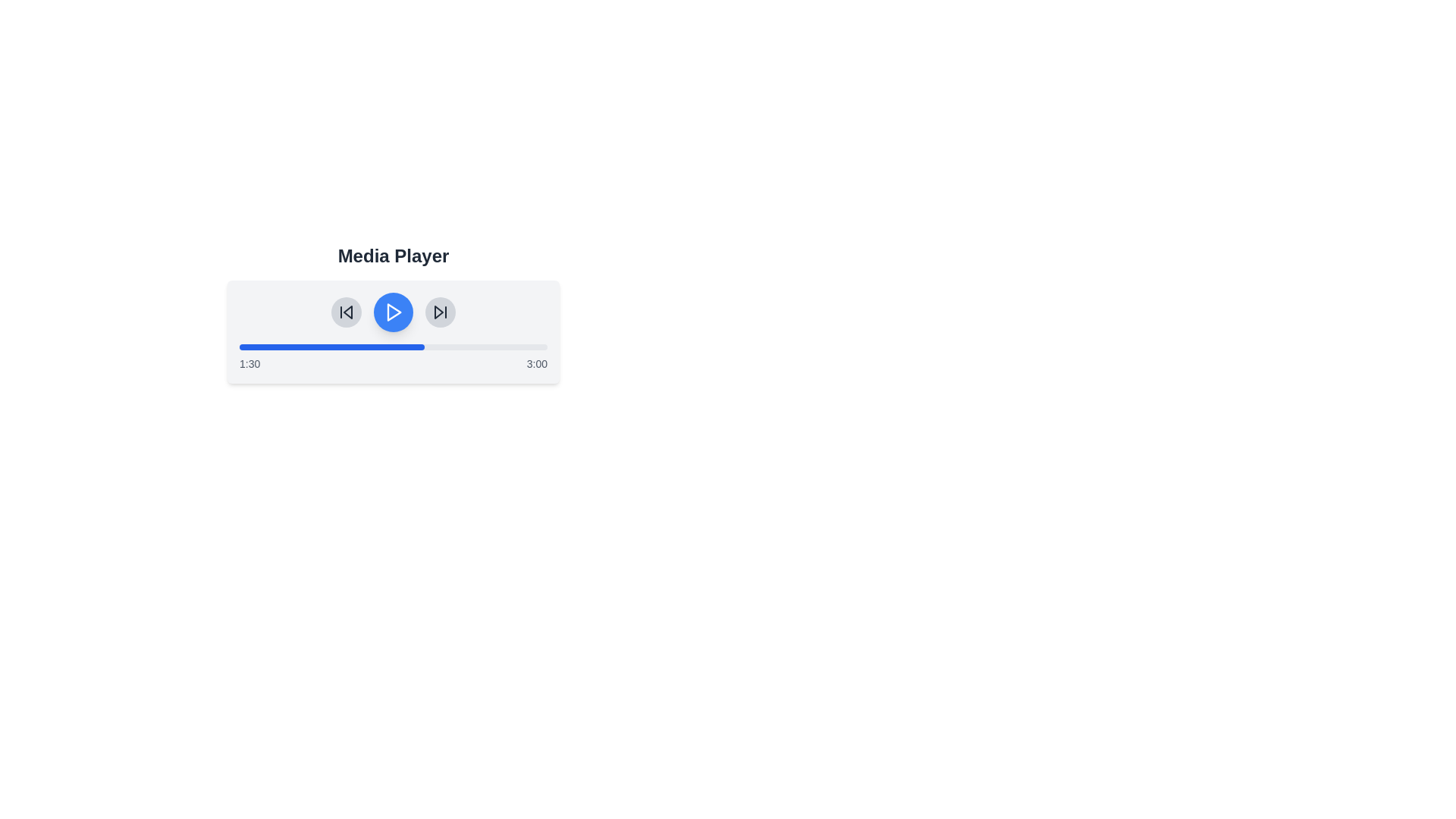 This screenshot has height=819, width=1456. Describe the element at coordinates (347, 312) in the screenshot. I see `the 'Skip Back' button icon in the media player's control panel, which is located on the leftmost side adjacent to the 'Play' button` at that location.